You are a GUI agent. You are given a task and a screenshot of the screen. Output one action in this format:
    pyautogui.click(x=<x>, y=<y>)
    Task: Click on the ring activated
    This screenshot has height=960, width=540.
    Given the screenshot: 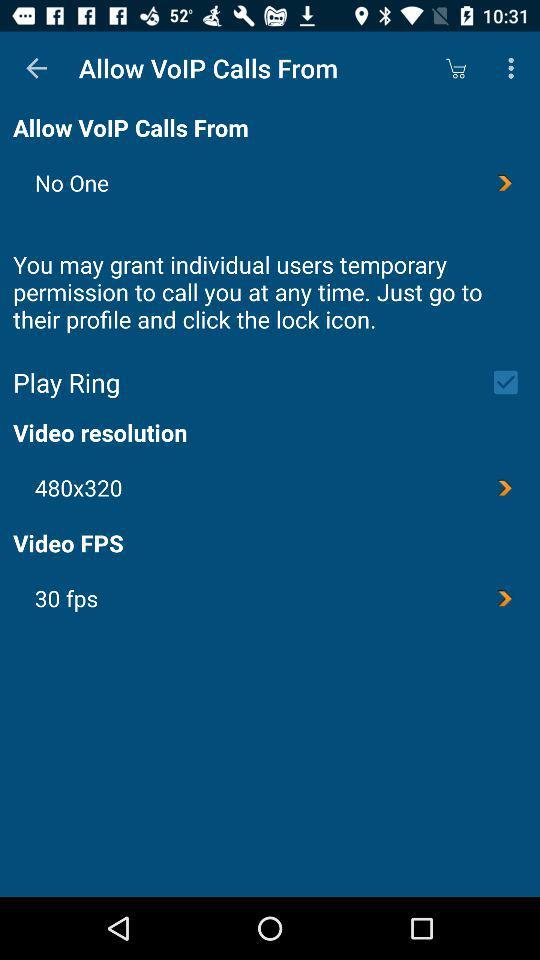 What is the action you would take?
    pyautogui.click(x=512, y=381)
    